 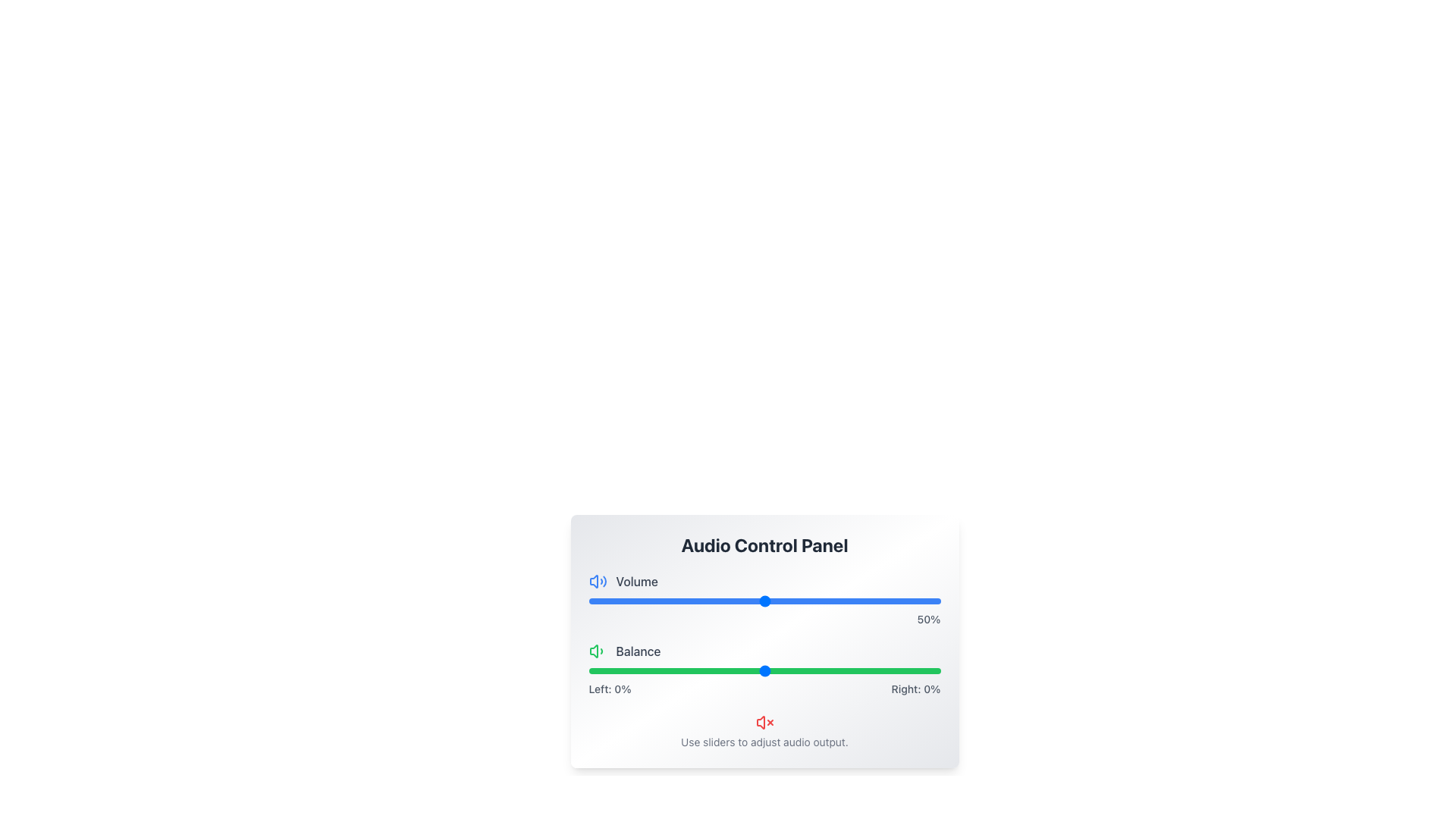 What do you see at coordinates (669, 601) in the screenshot?
I see `the volume` at bounding box center [669, 601].